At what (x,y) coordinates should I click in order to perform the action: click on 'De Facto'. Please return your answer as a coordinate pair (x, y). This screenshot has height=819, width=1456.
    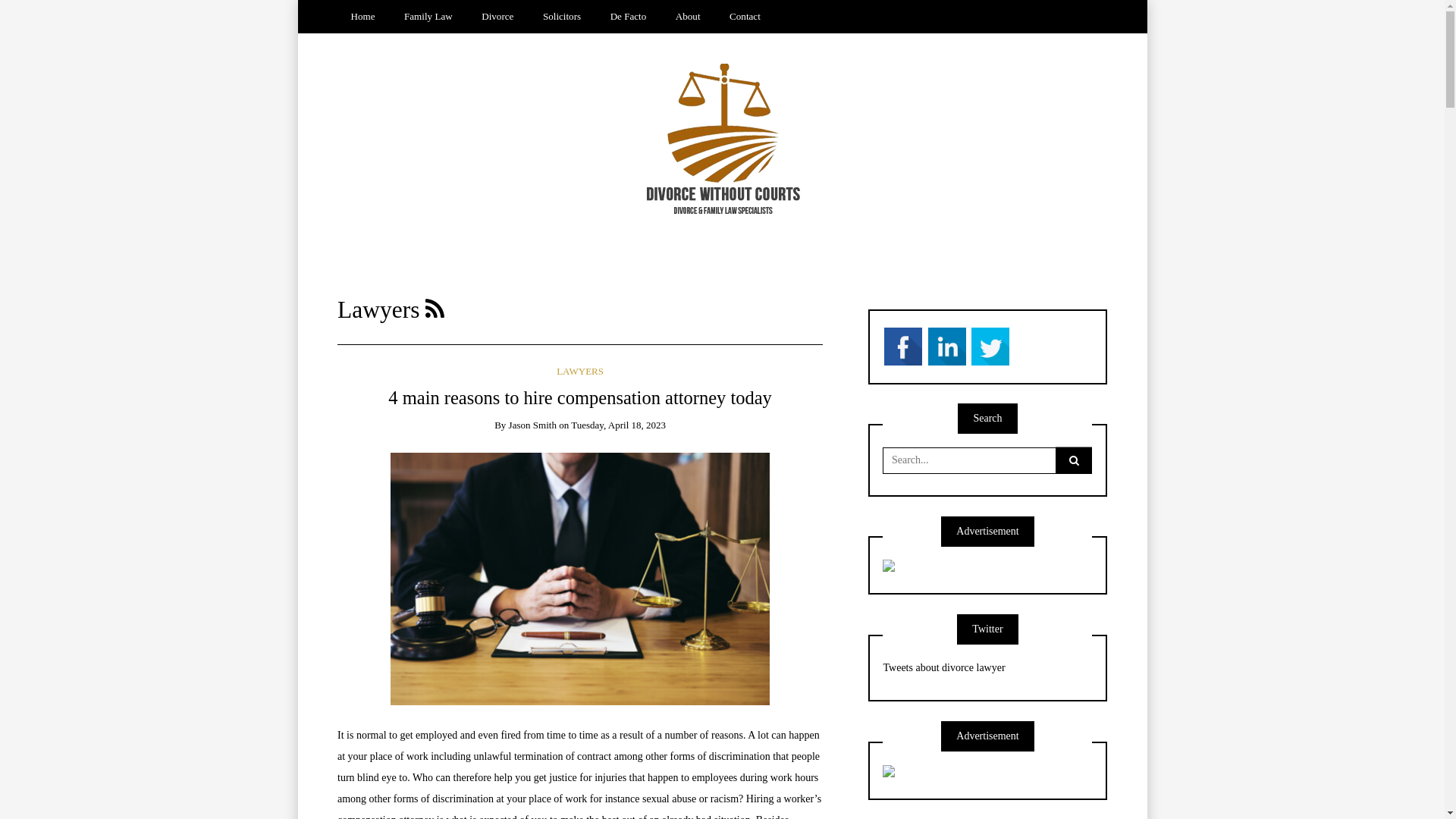
    Looking at the image, I should click on (628, 17).